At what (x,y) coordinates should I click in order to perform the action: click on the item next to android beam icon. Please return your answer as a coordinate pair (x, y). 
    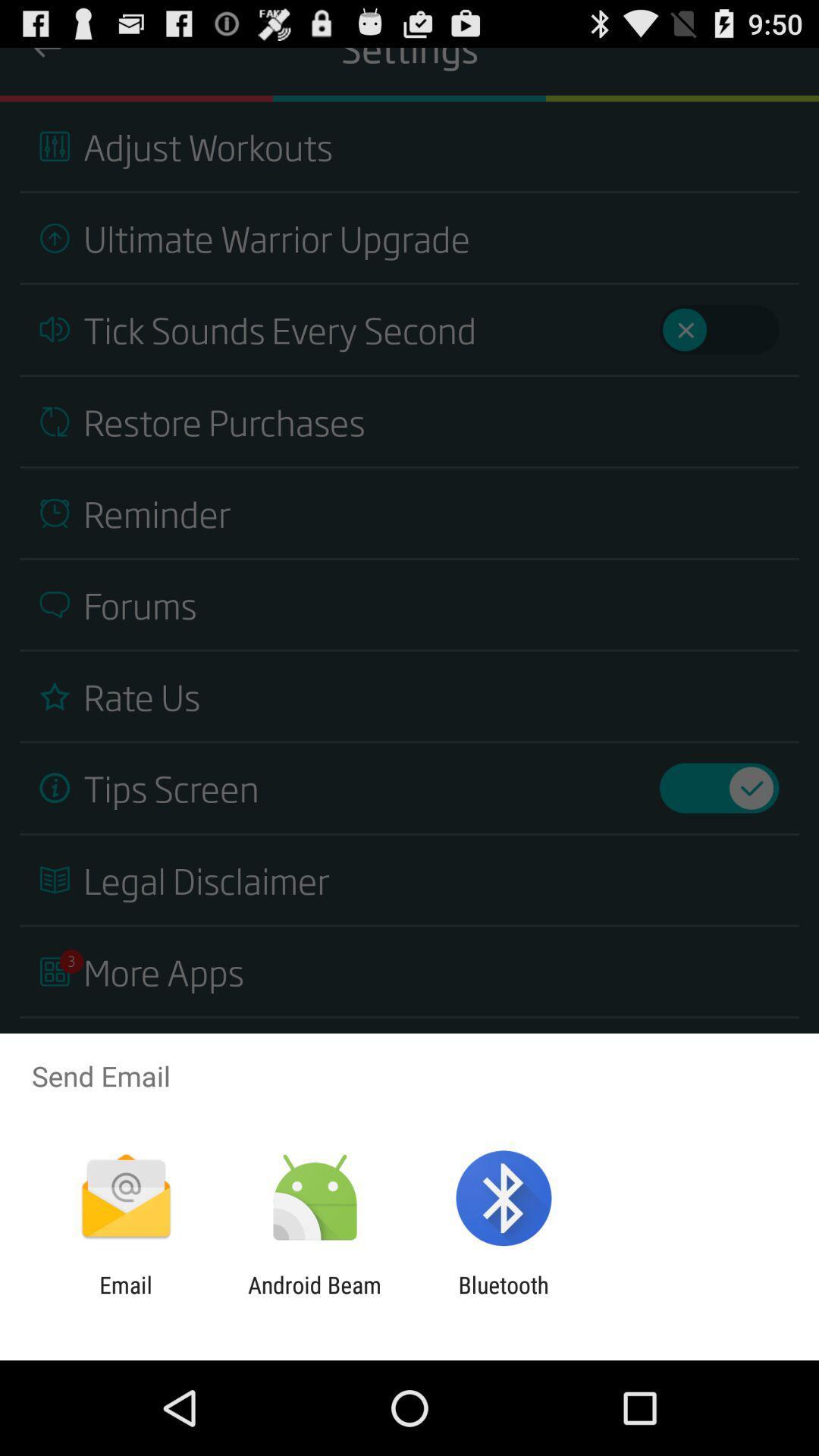
    Looking at the image, I should click on (504, 1298).